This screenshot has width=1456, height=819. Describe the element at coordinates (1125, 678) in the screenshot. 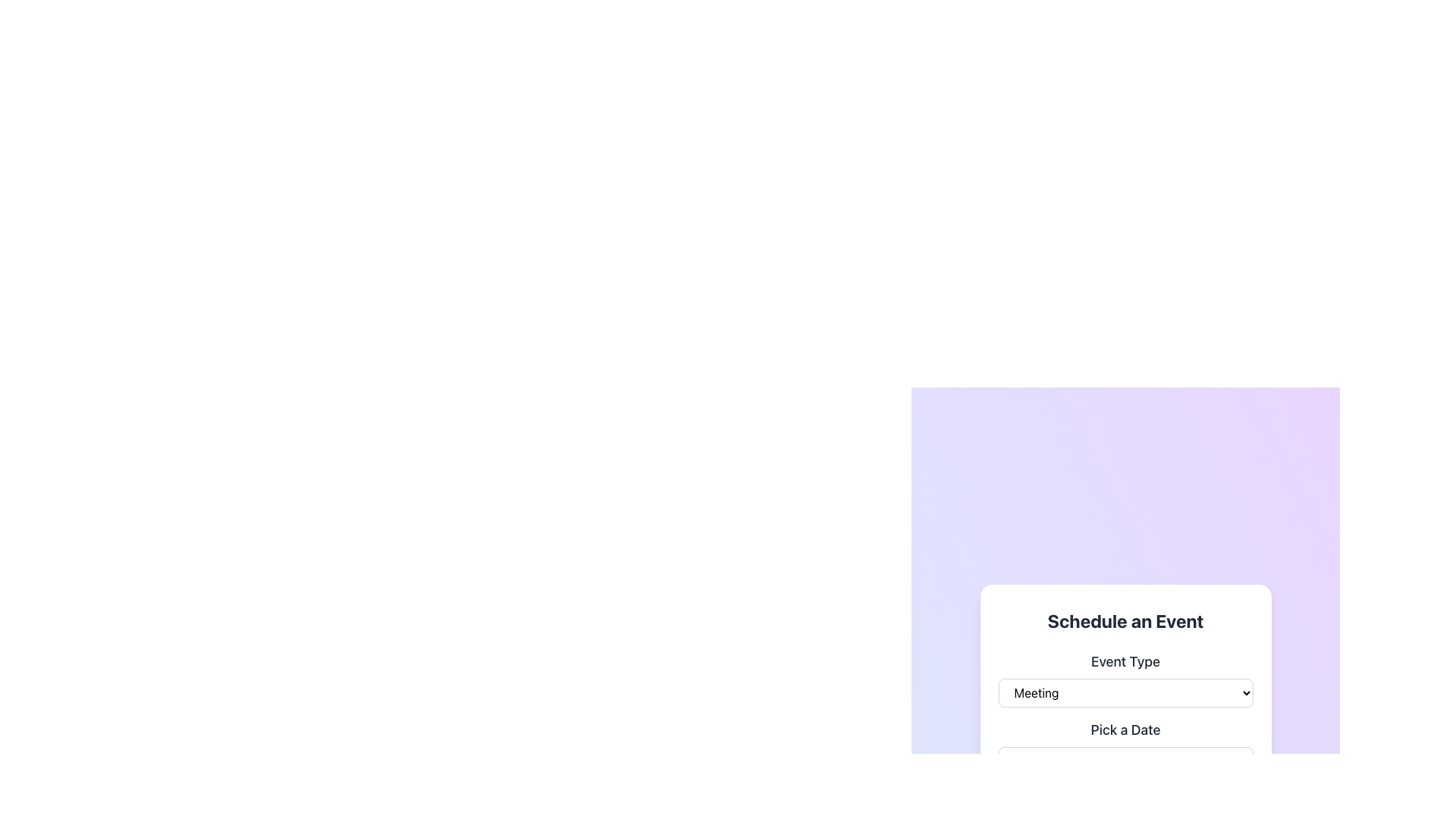

I see `an option from the Dropdown menu for categorizing an event, located in the 'Schedule an Event' modal above the 'Pick a Date' section` at that location.